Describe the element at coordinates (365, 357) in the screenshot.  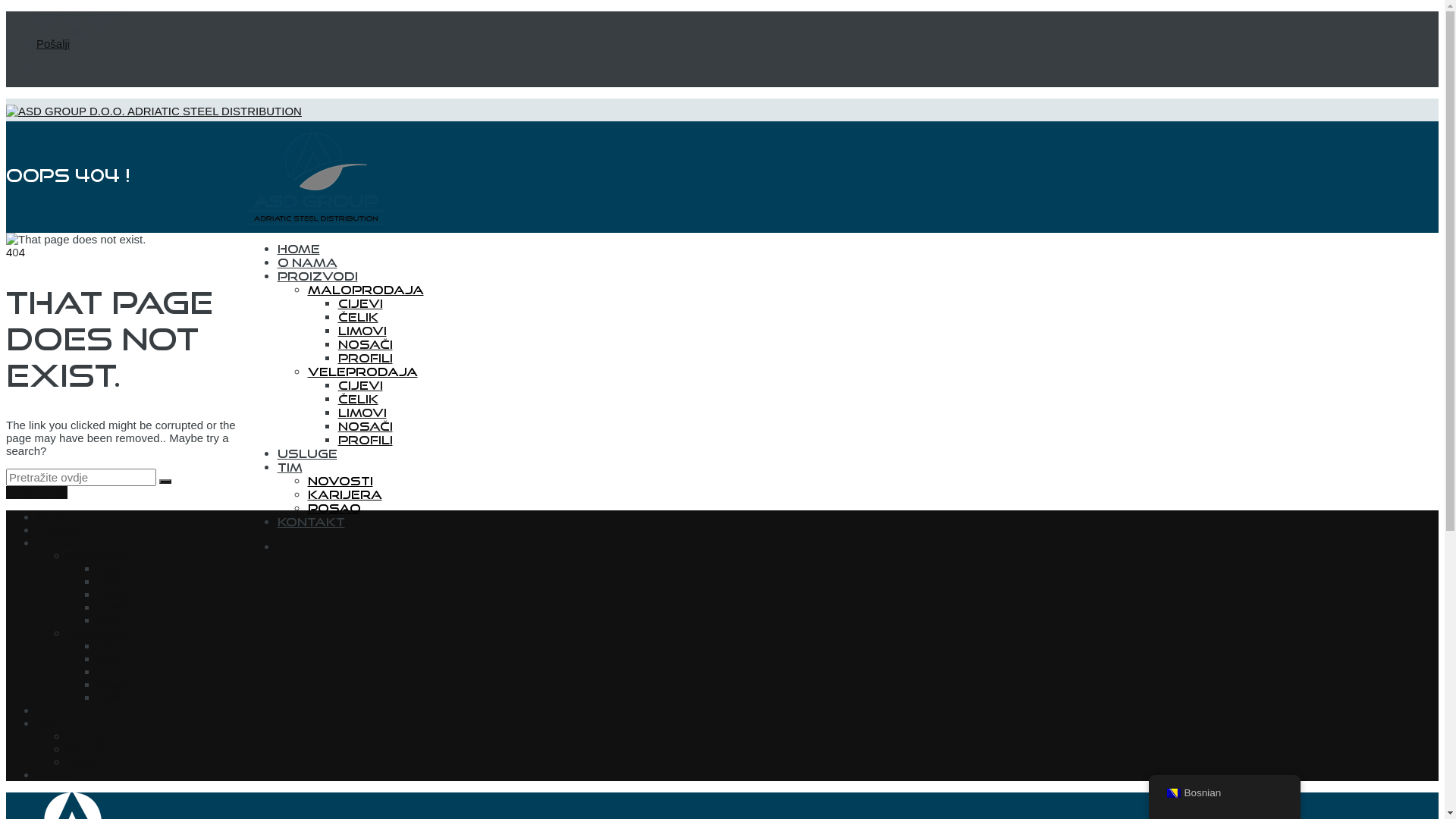
I see `'Profili'` at that location.